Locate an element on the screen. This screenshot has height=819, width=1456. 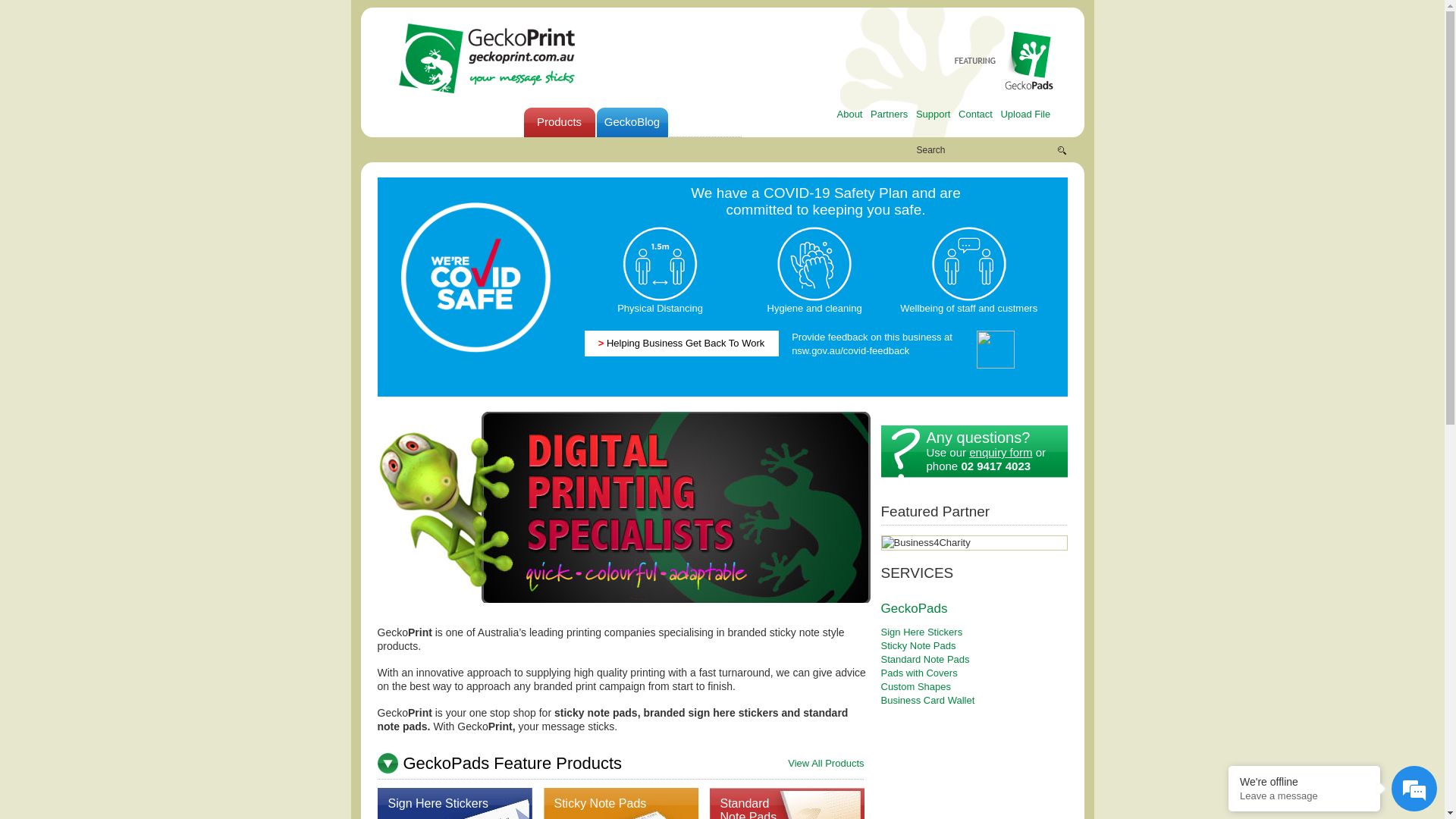
'Custom Shapes' is located at coordinates (915, 686).